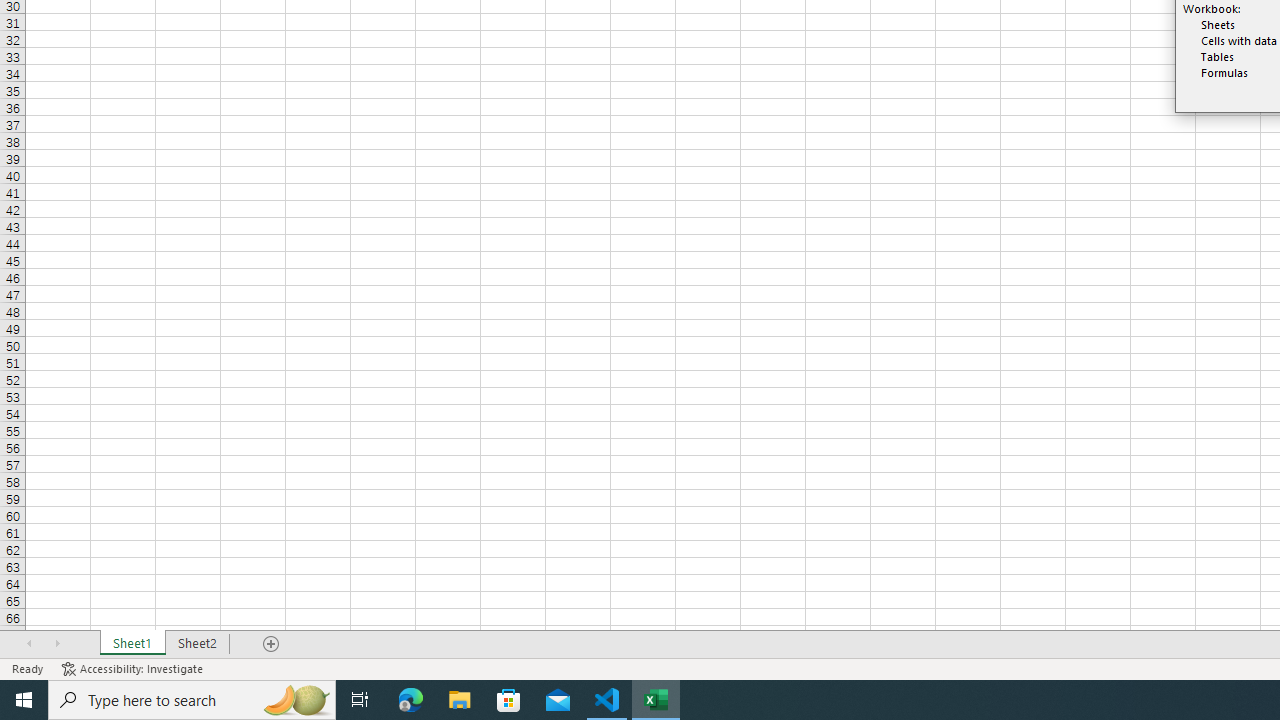 This screenshot has height=720, width=1280. What do you see at coordinates (606, 698) in the screenshot?
I see `'Visual Studio Code - 1 running window'` at bounding box center [606, 698].